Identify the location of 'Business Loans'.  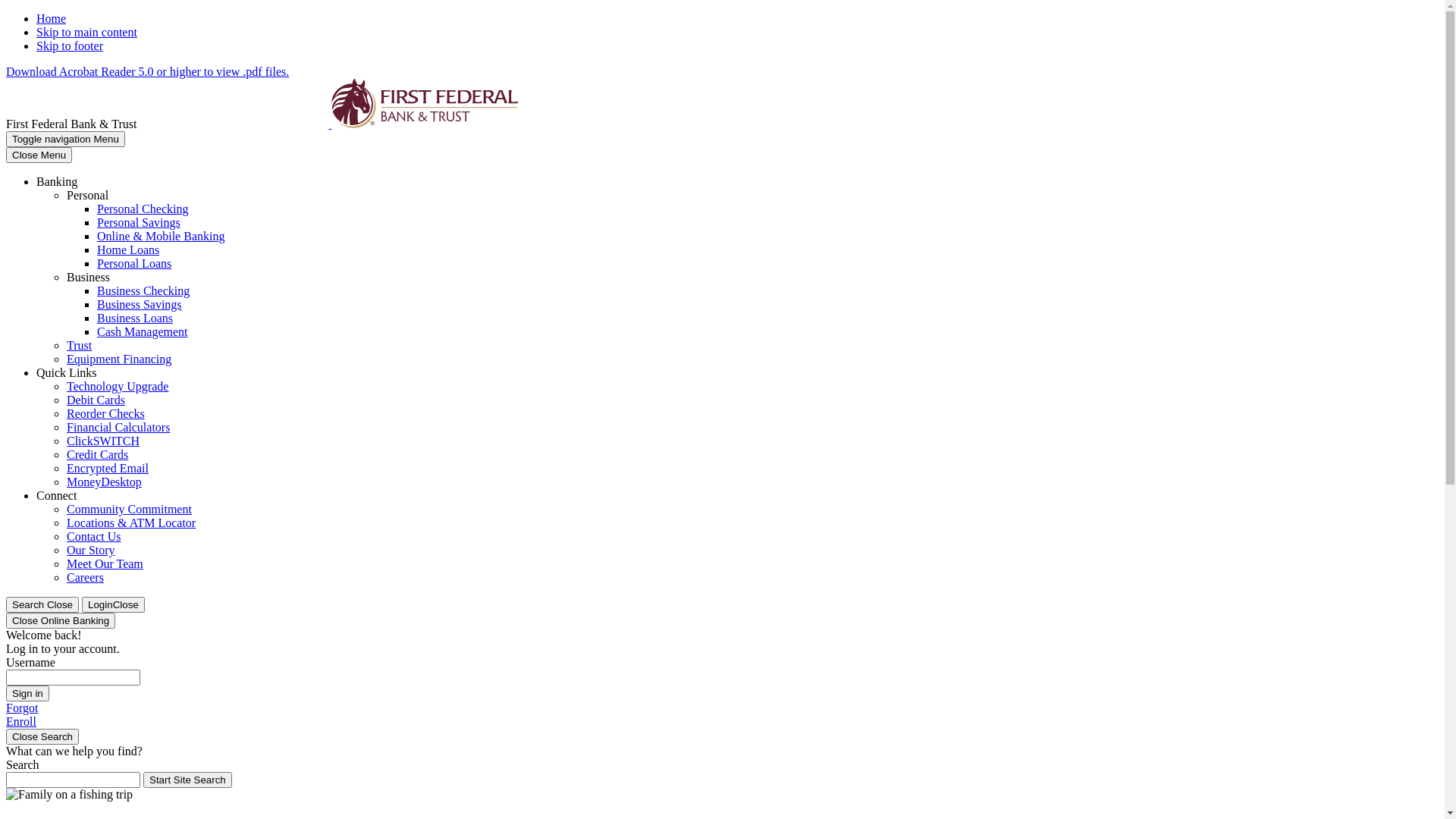
(134, 317).